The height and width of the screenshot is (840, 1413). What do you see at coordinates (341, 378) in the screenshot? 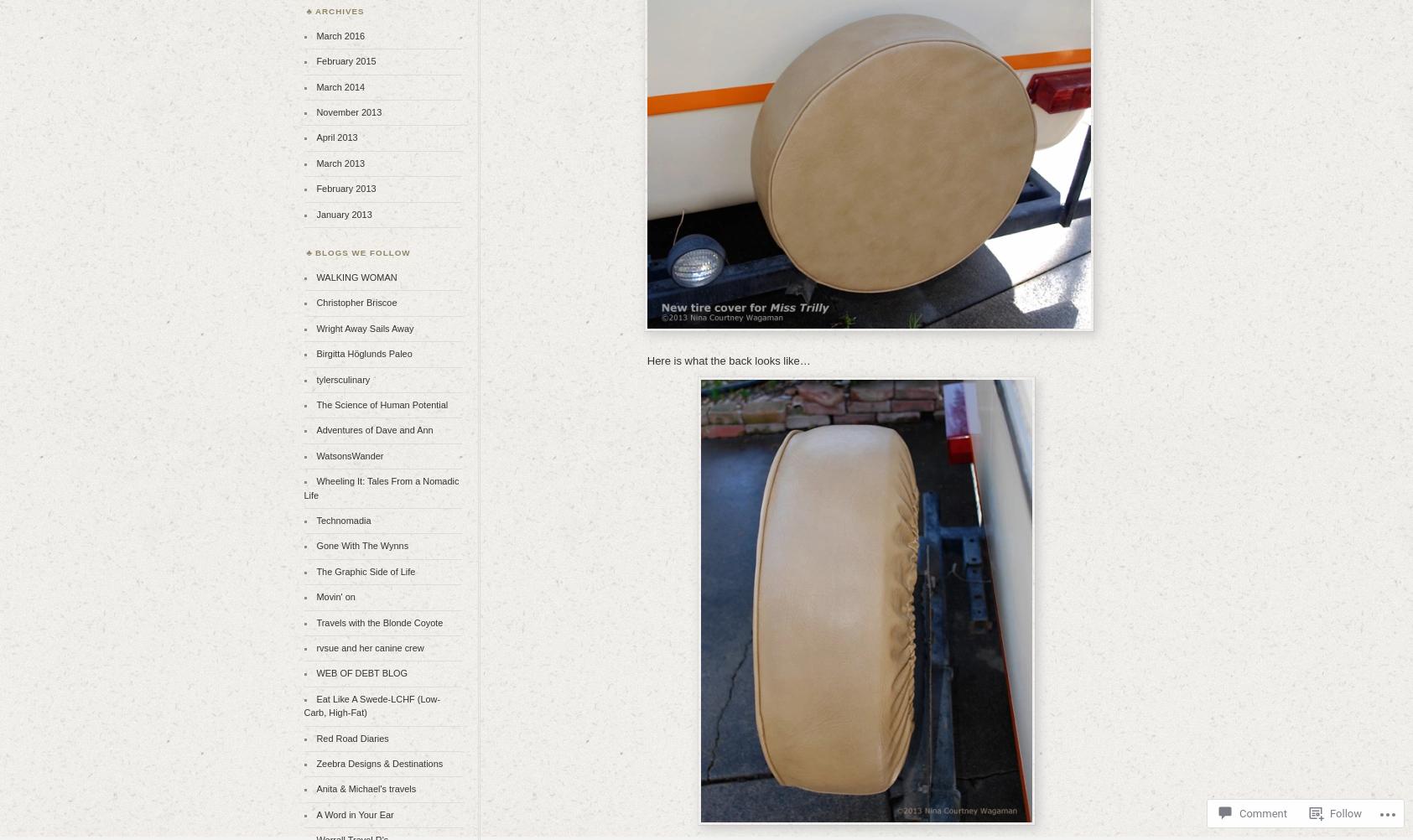
I see `'tylersculinary'` at bounding box center [341, 378].